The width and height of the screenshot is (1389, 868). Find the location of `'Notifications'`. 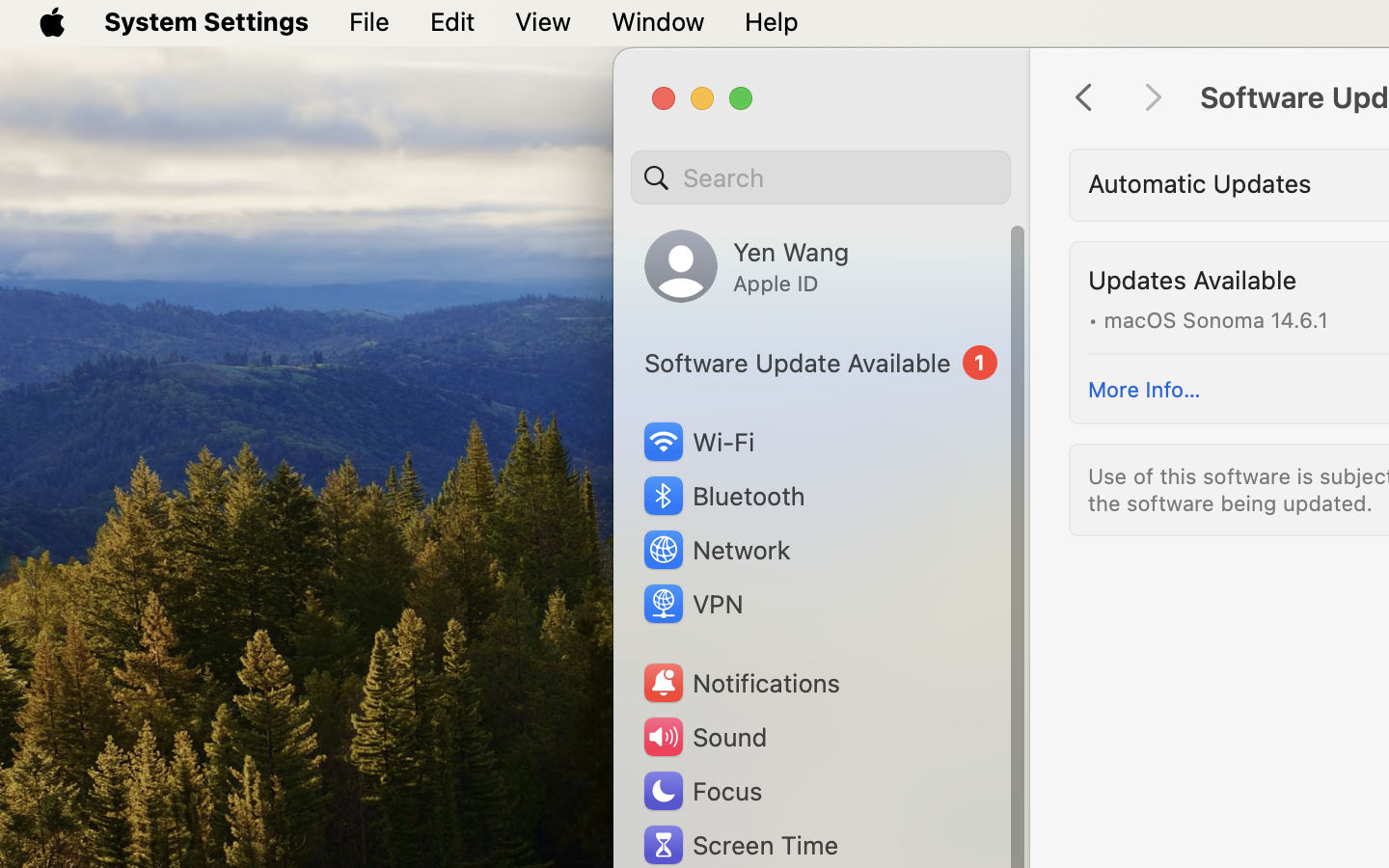

'Notifications' is located at coordinates (739, 682).